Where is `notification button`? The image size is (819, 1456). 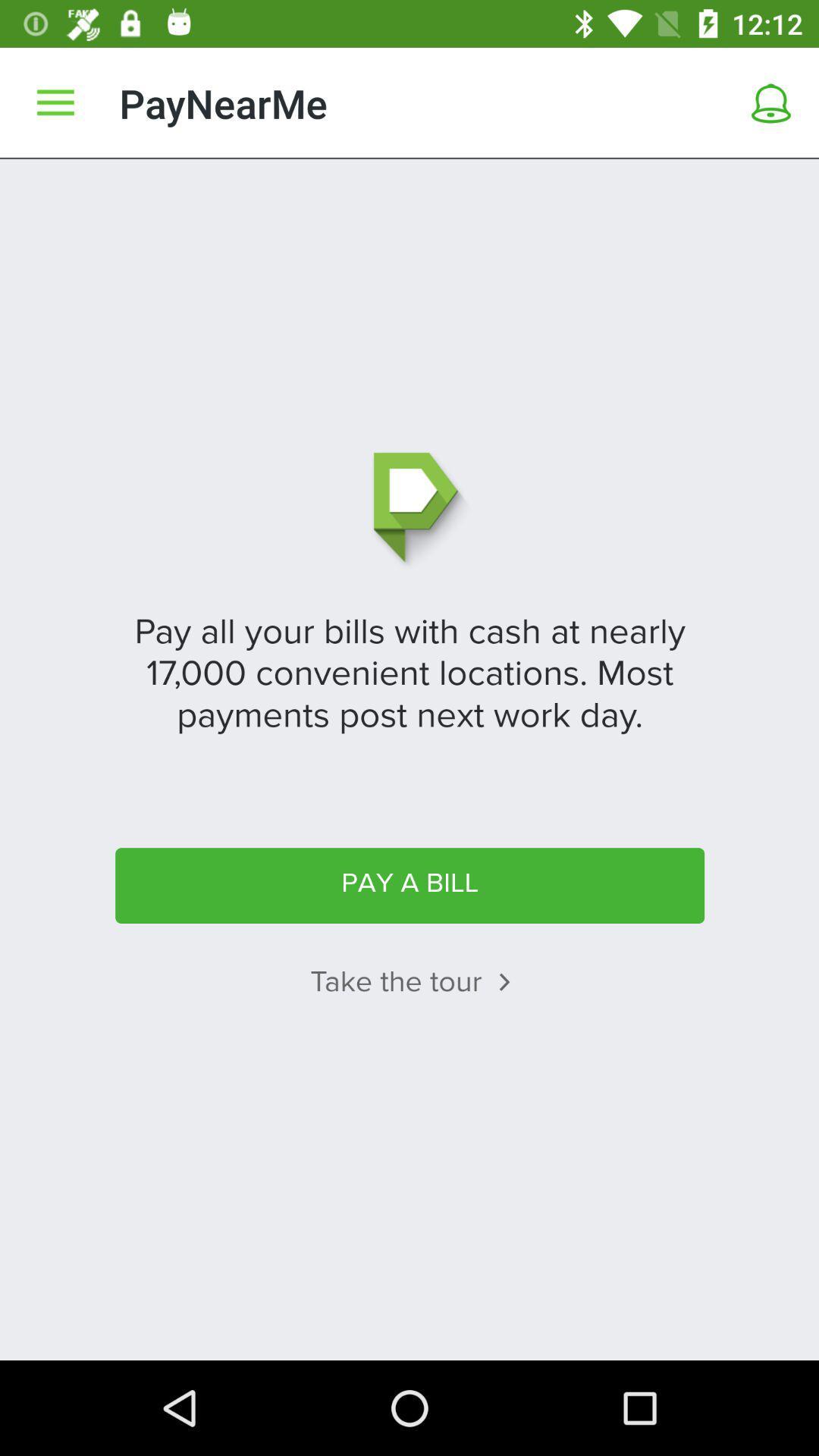
notification button is located at coordinates (771, 102).